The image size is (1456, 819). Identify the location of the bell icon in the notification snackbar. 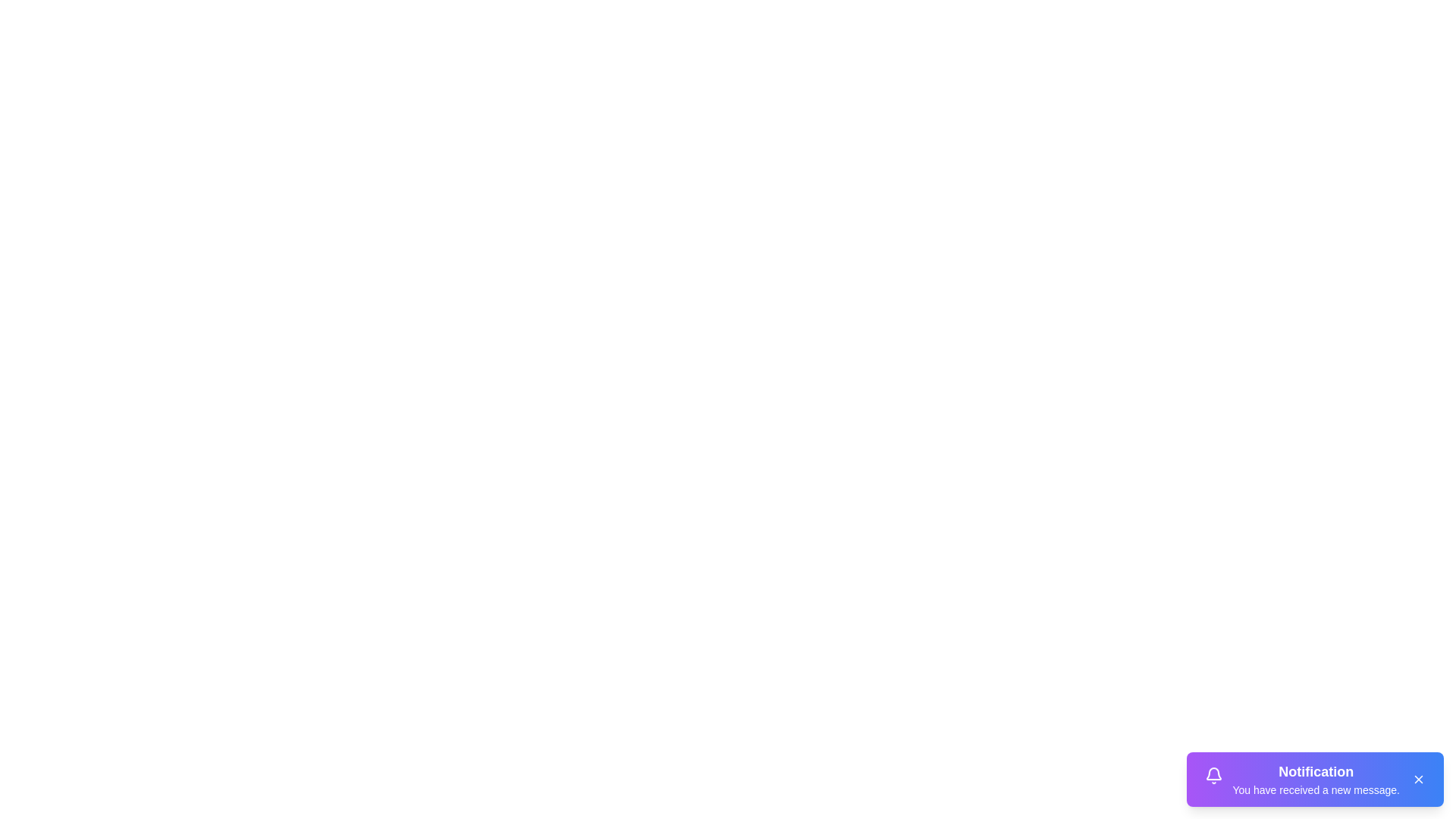
(1214, 777).